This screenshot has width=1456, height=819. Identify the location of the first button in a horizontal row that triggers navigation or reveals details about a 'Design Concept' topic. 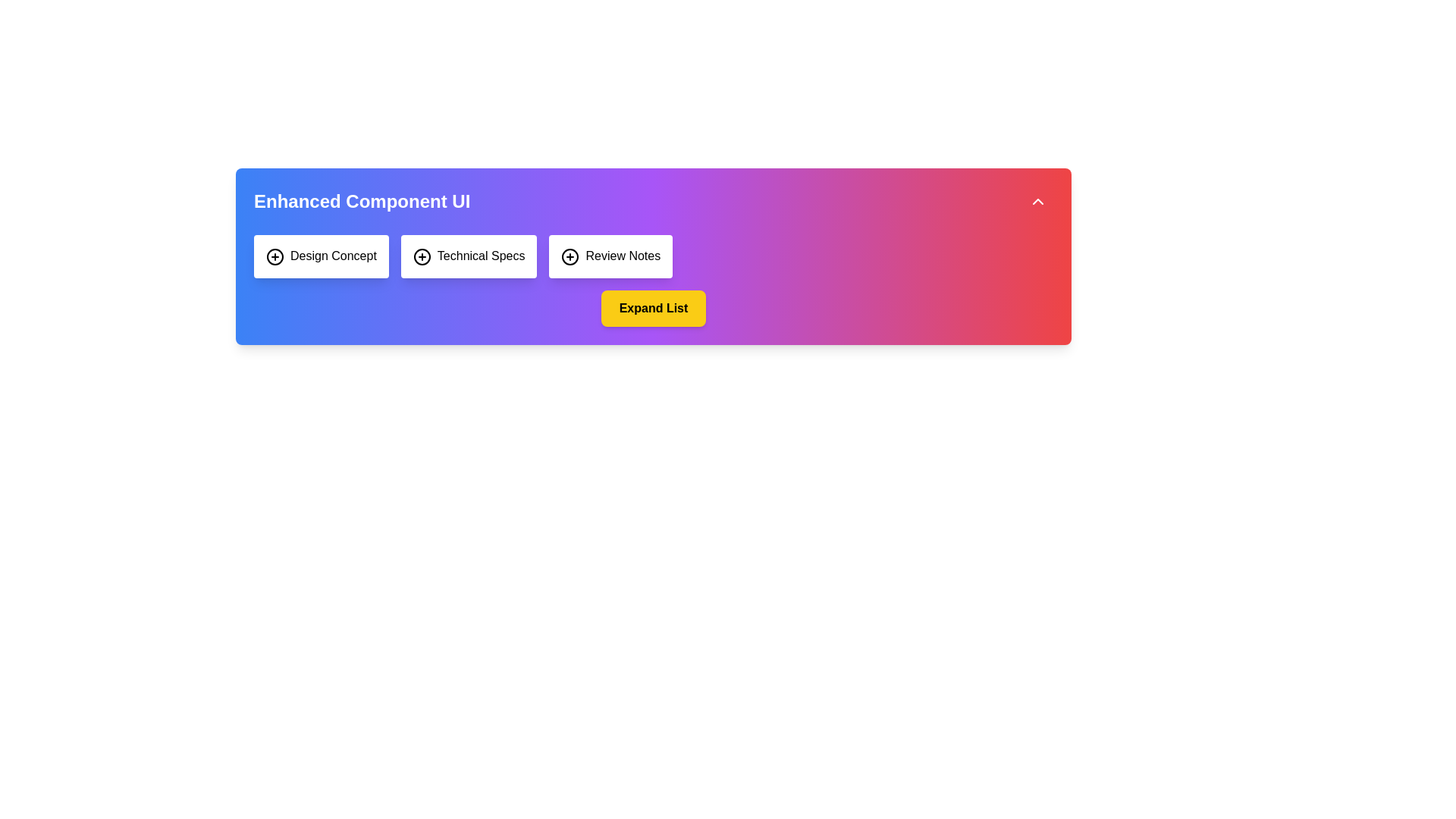
(320, 256).